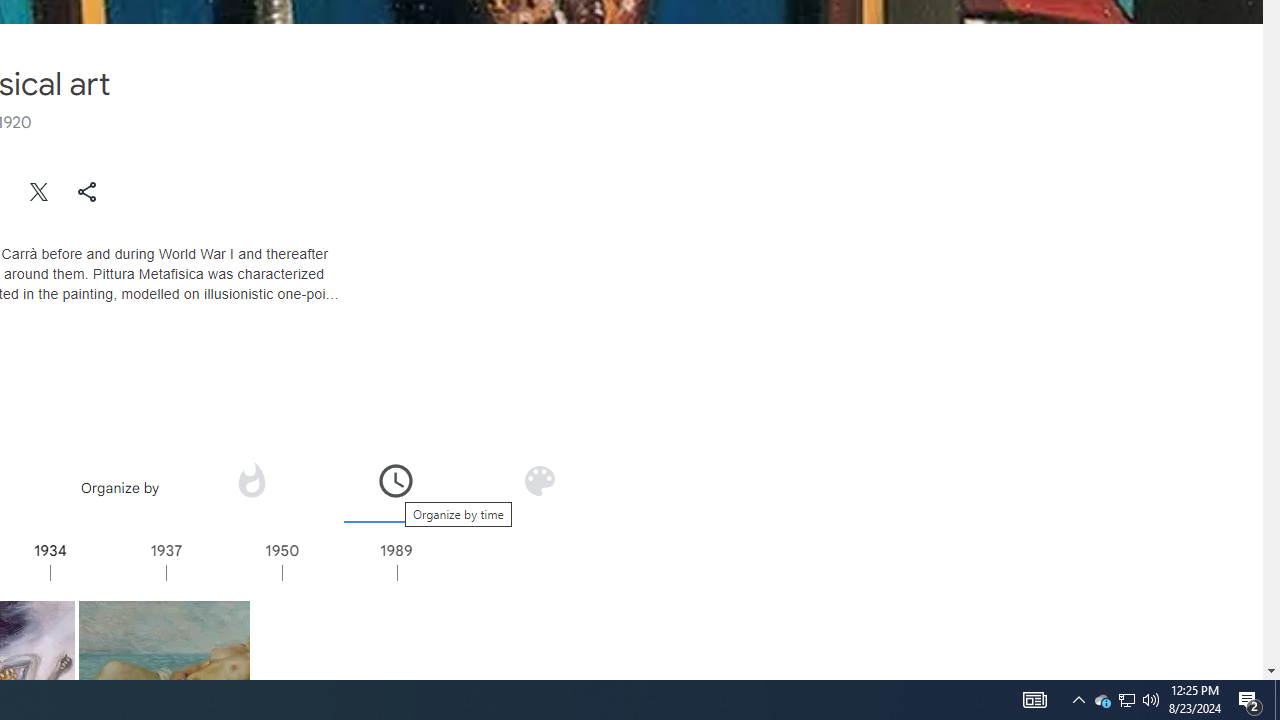 This screenshot has width=1280, height=720. Describe the element at coordinates (249, 480) in the screenshot. I see `'Organize by popularity'` at that location.